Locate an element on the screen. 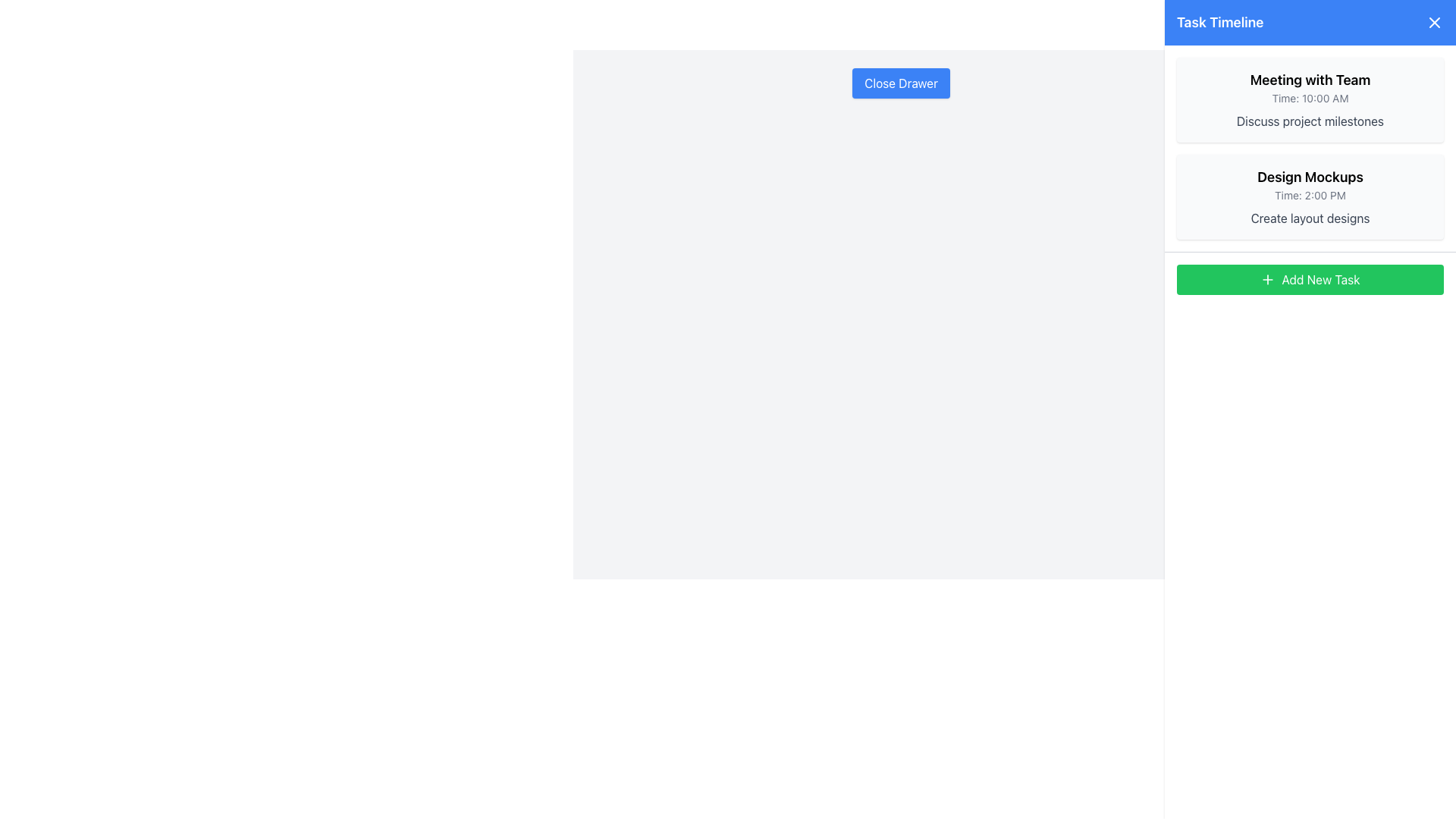 Image resolution: width=1456 pixels, height=819 pixels. text content serving as the title or header for the task item located in the second task card of the 'Task Timeline' section, positioned above 'Time: 2:00 PM' and 'Create layout designs' is located at coordinates (1310, 177).